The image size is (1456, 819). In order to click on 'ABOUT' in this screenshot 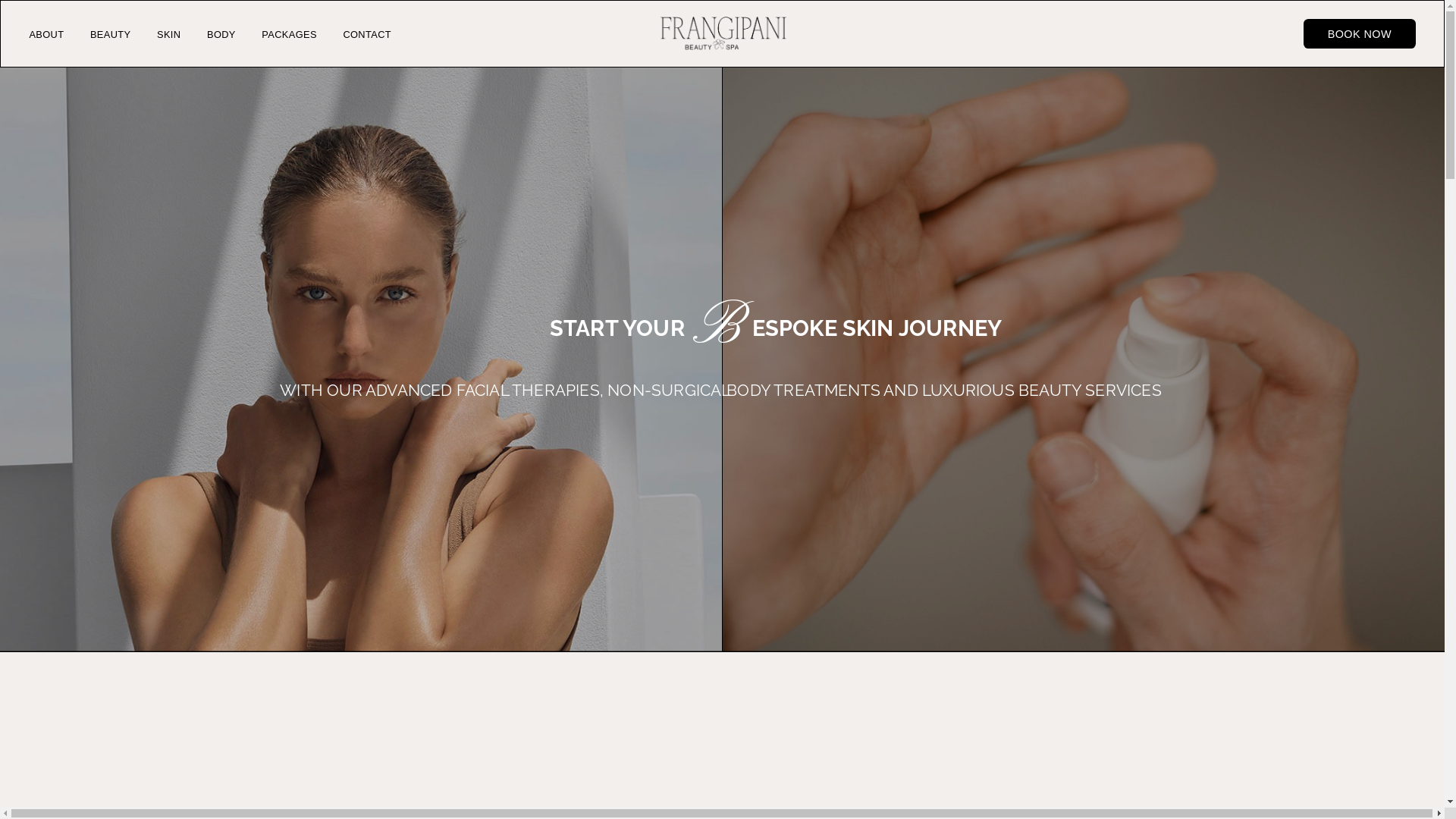, I will do `click(46, 34)`.